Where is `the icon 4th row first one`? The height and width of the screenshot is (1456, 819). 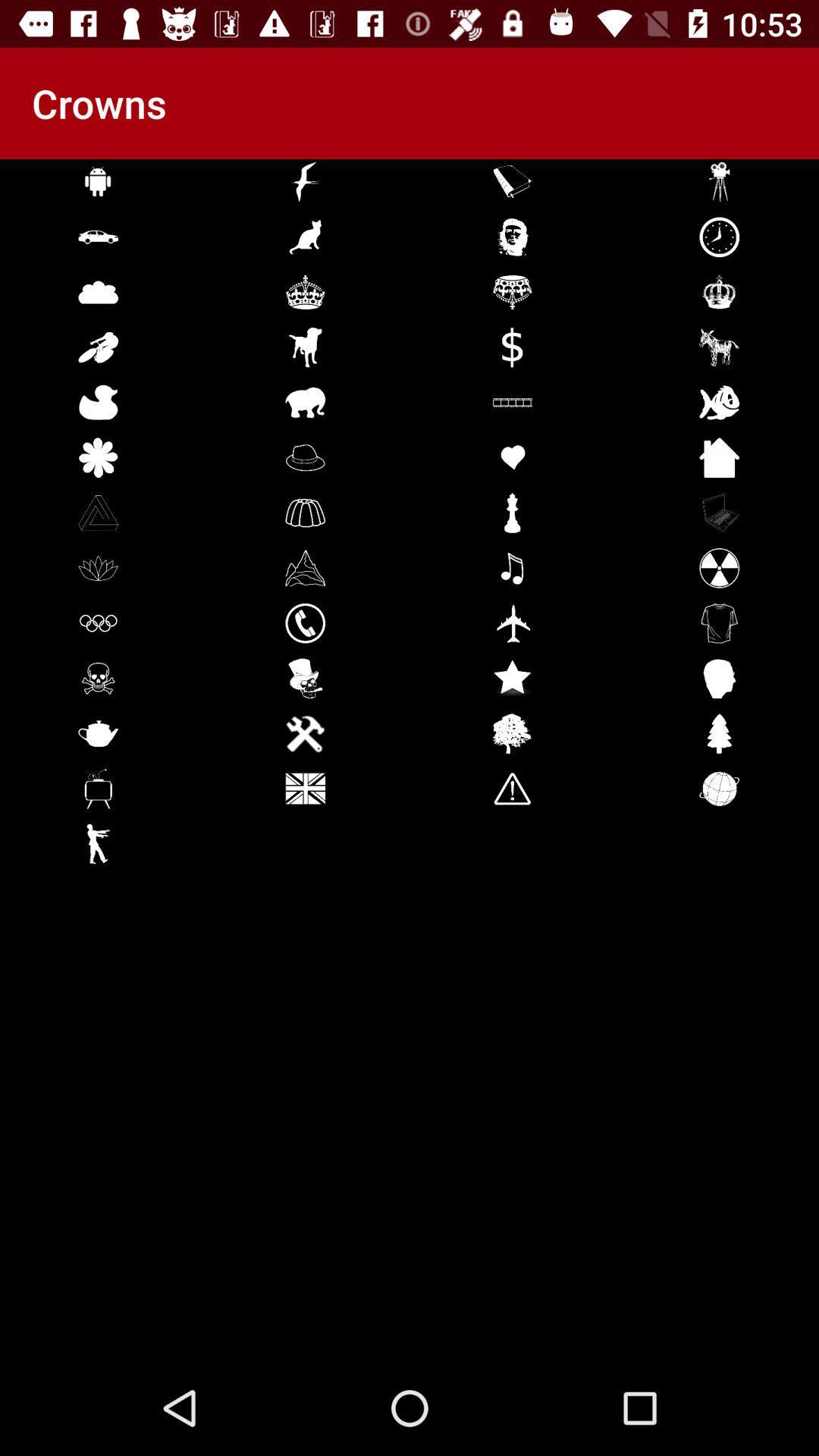 the icon 4th row first one is located at coordinates (99, 346).